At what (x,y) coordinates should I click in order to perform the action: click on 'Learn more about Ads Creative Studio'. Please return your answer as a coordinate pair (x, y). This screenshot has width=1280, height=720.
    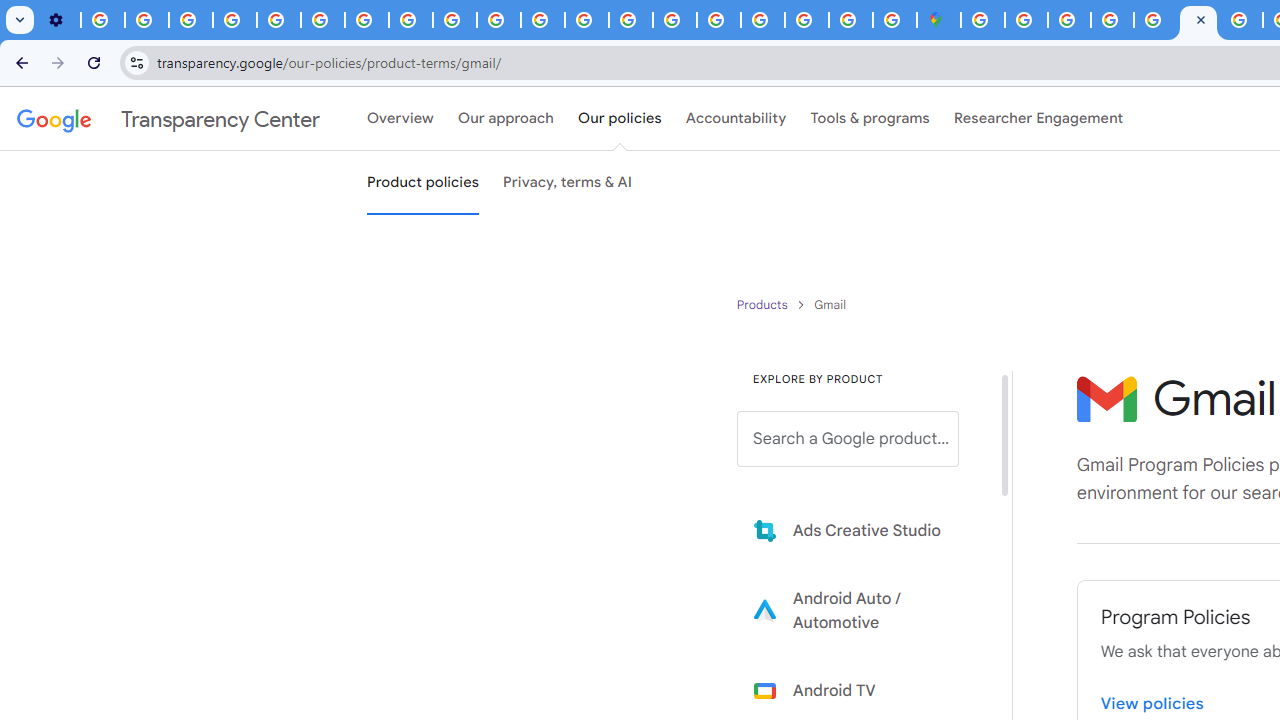
    Looking at the image, I should click on (862, 530).